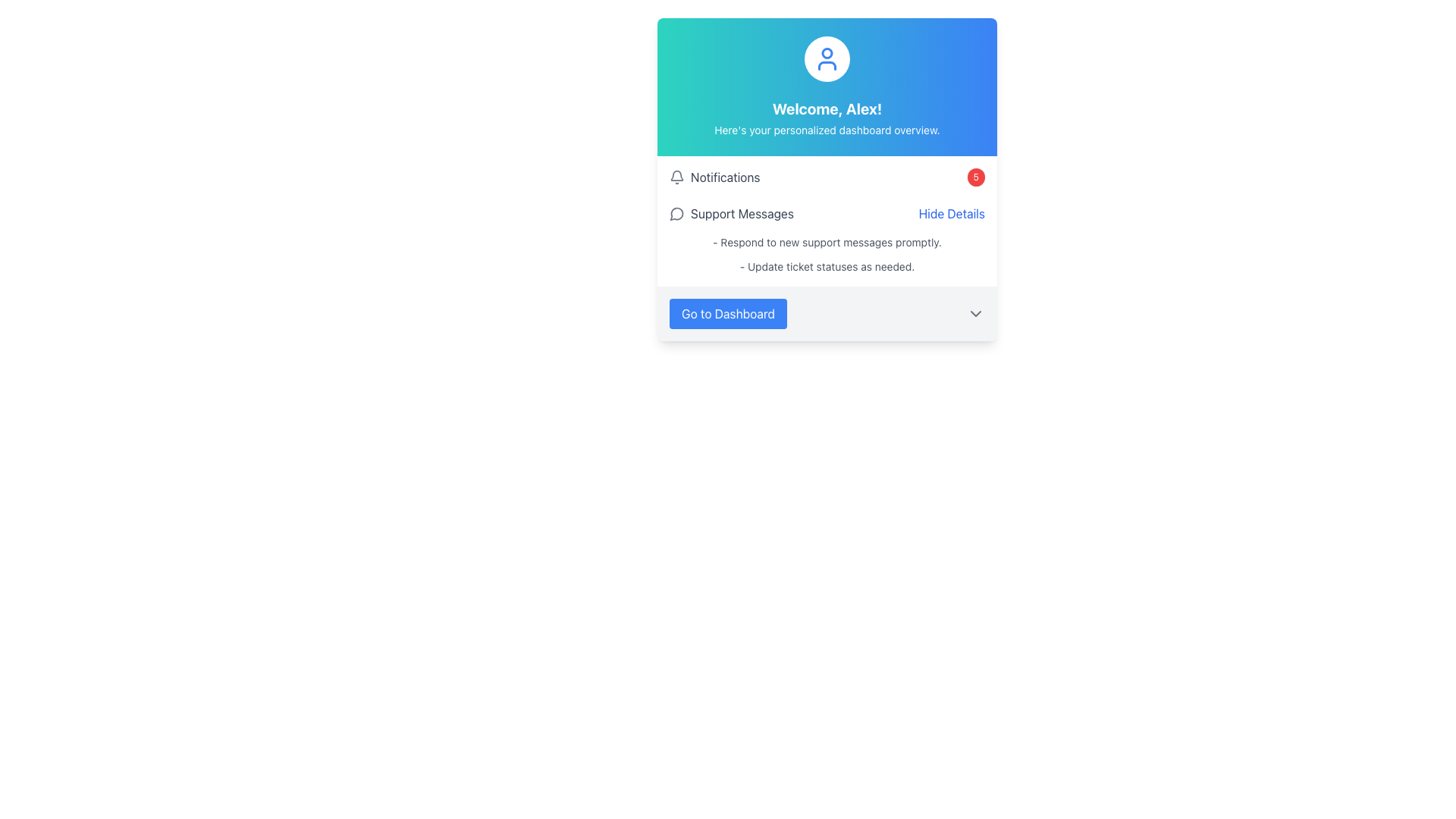 The height and width of the screenshot is (819, 1456). What do you see at coordinates (826, 52) in the screenshot?
I see `the circular user profile picture icon located at the top-center of the card element in the SVG graphic` at bounding box center [826, 52].